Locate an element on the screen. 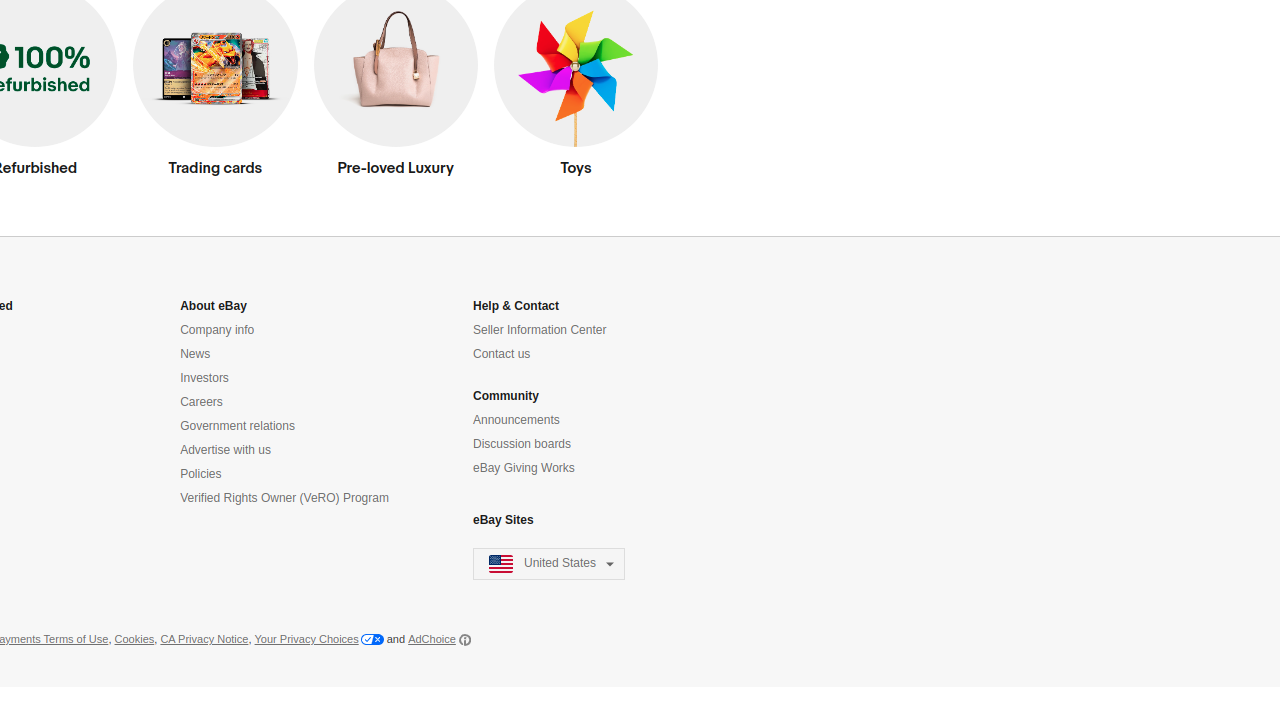  'Discussion boards' is located at coordinates (522, 443).